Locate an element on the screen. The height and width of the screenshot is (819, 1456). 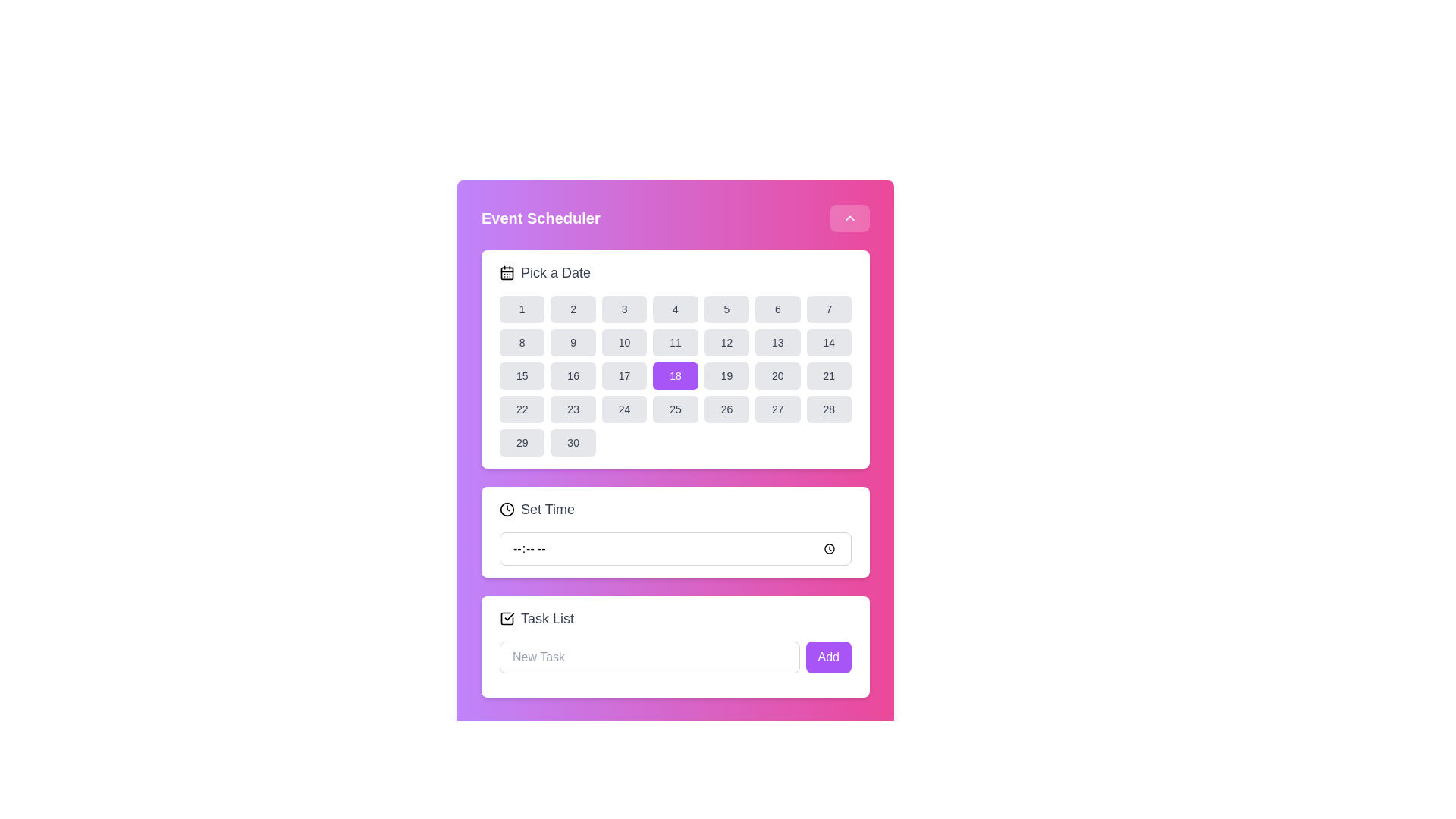
the selectable date button '22' in the 'Pick a Date' calendar component within the 'Event Scheduler' modal is located at coordinates (522, 409).